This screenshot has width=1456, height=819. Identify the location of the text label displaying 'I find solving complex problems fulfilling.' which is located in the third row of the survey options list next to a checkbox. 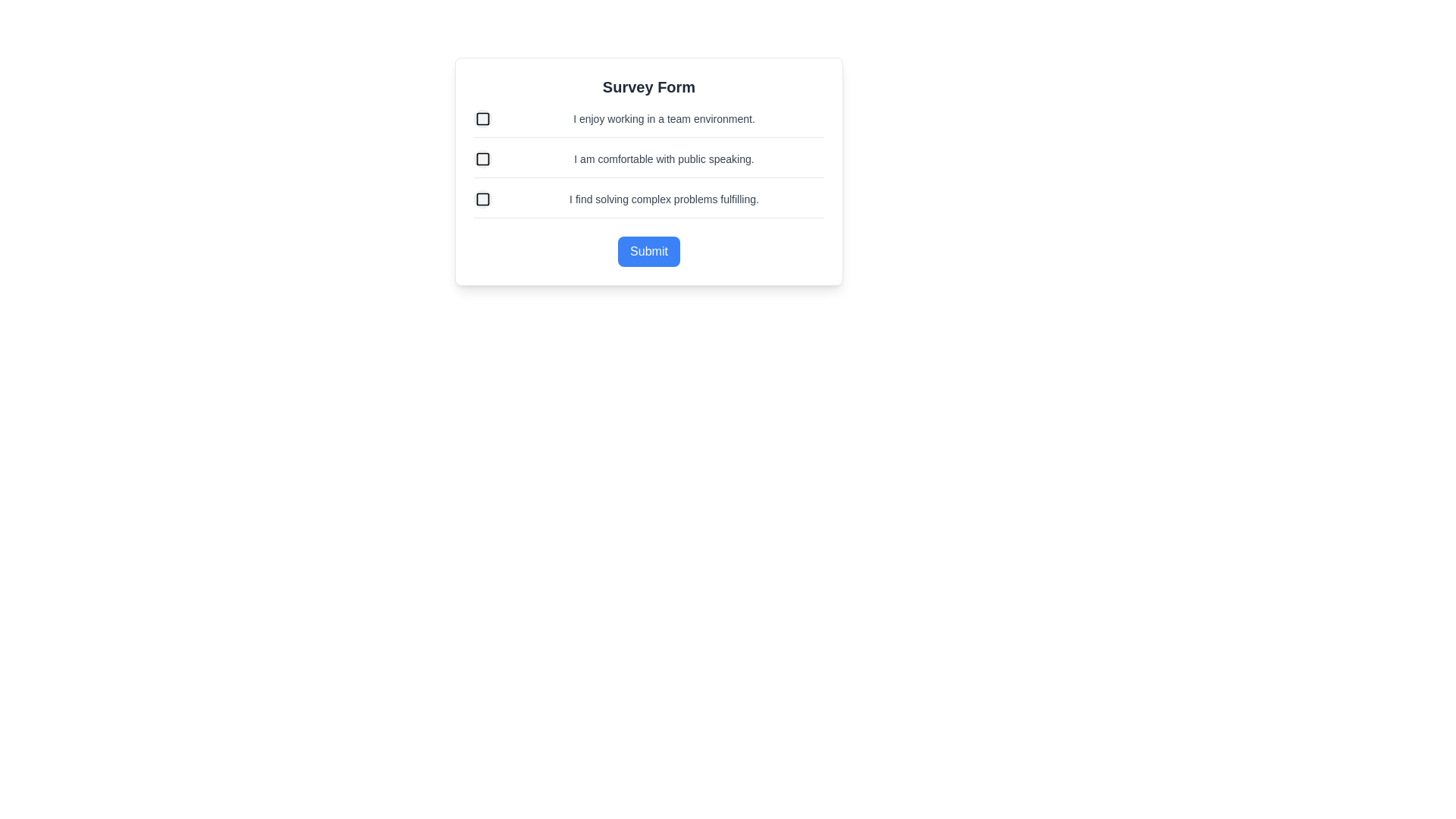
(664, 198).